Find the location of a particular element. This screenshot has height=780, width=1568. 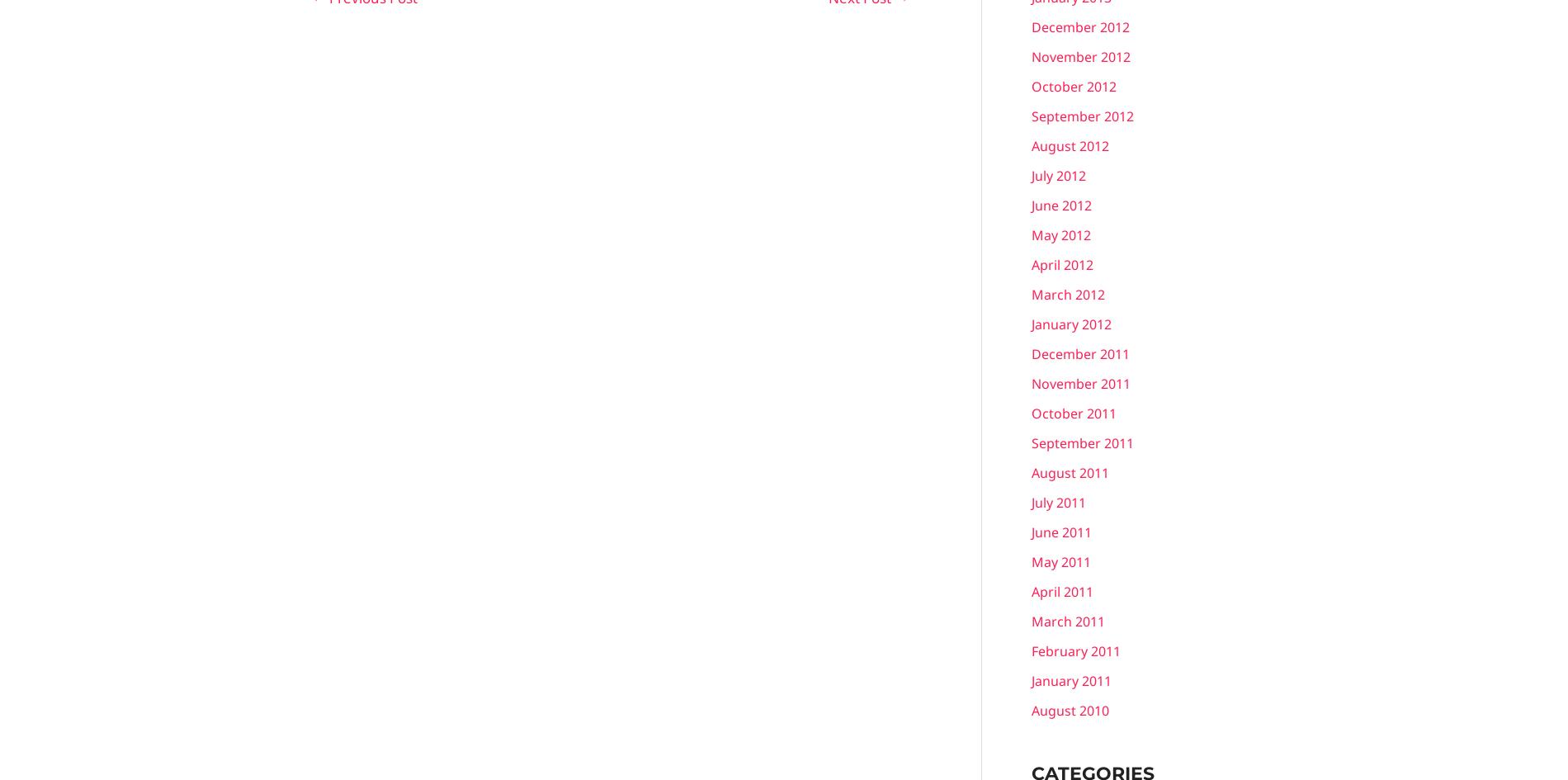

'August 2010' is located at coordinates (1069, 710).